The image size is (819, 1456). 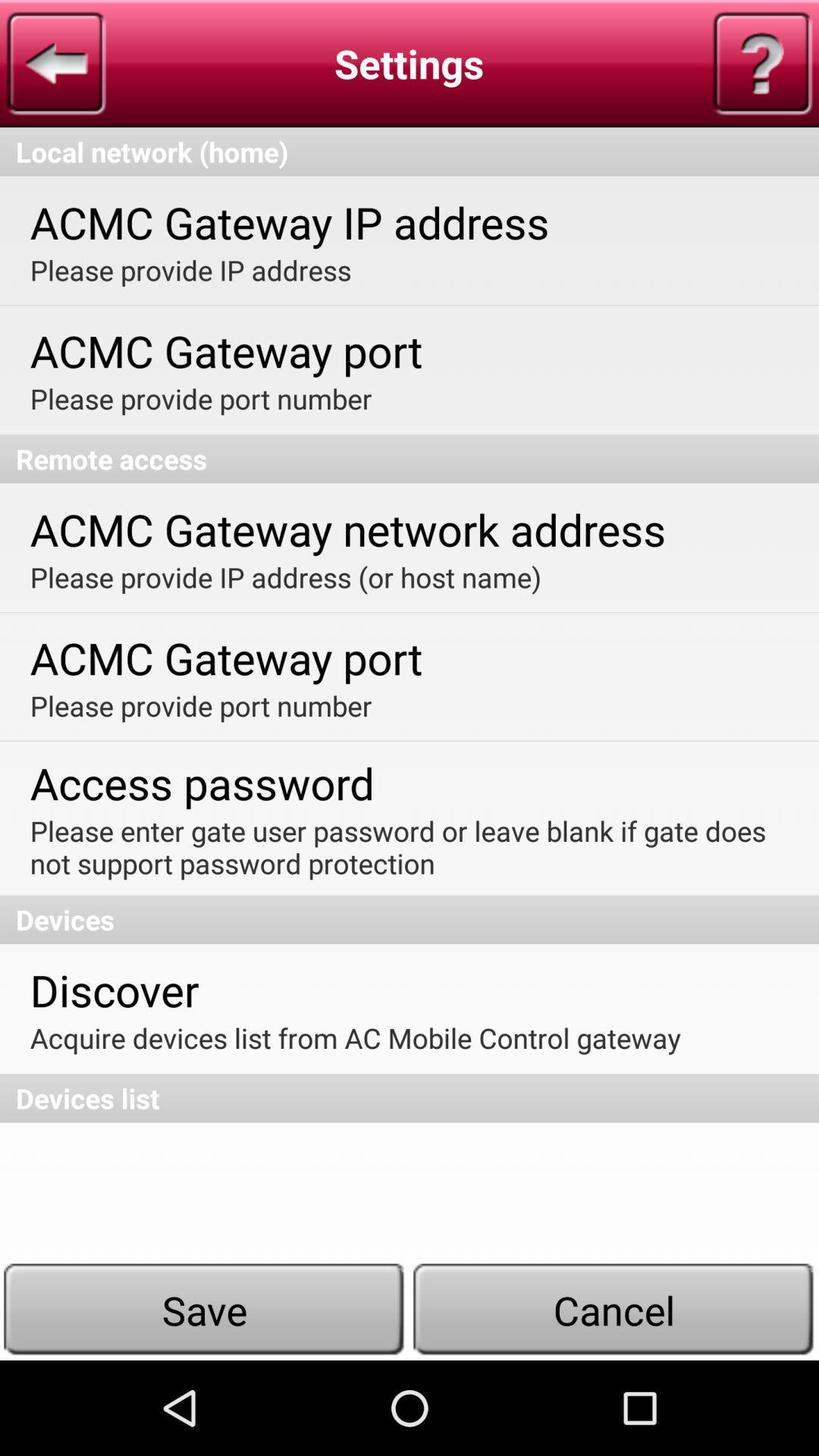 What do you see at coordinates (763, 62) in the screenshot?
I see `the icon on the top right corner of the web page` at bounding box center [763, 62].